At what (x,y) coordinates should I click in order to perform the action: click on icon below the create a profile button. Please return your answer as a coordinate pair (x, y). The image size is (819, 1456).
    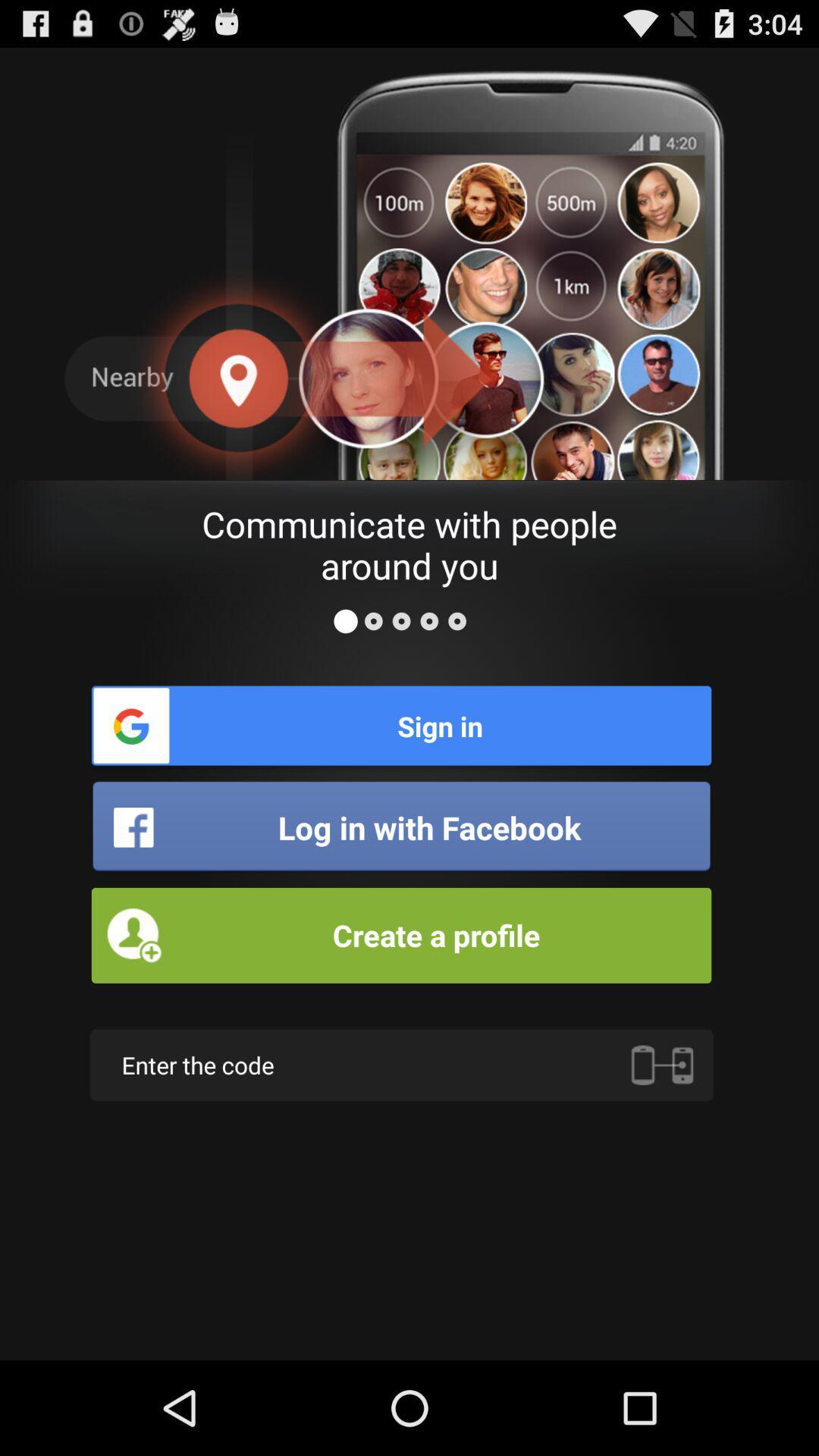
    Looking at the image, I should click on (400, 1064).